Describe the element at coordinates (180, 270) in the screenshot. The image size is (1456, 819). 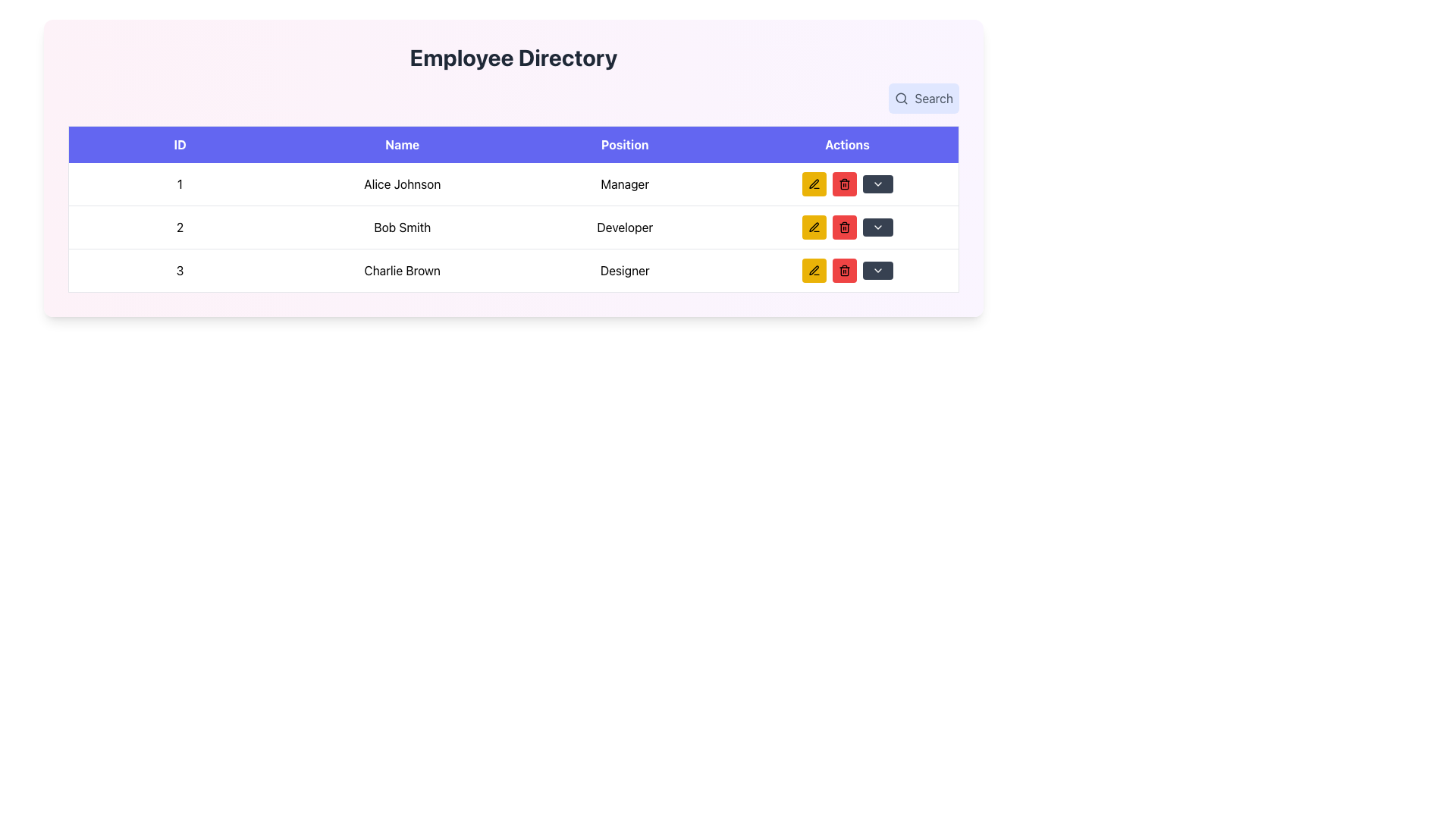
I see `the bold-styled number '3' in the 'ID' column of the last visible row in the table, which is adjacent to 'Charlie Brown' in the 'Name' column` at that location.